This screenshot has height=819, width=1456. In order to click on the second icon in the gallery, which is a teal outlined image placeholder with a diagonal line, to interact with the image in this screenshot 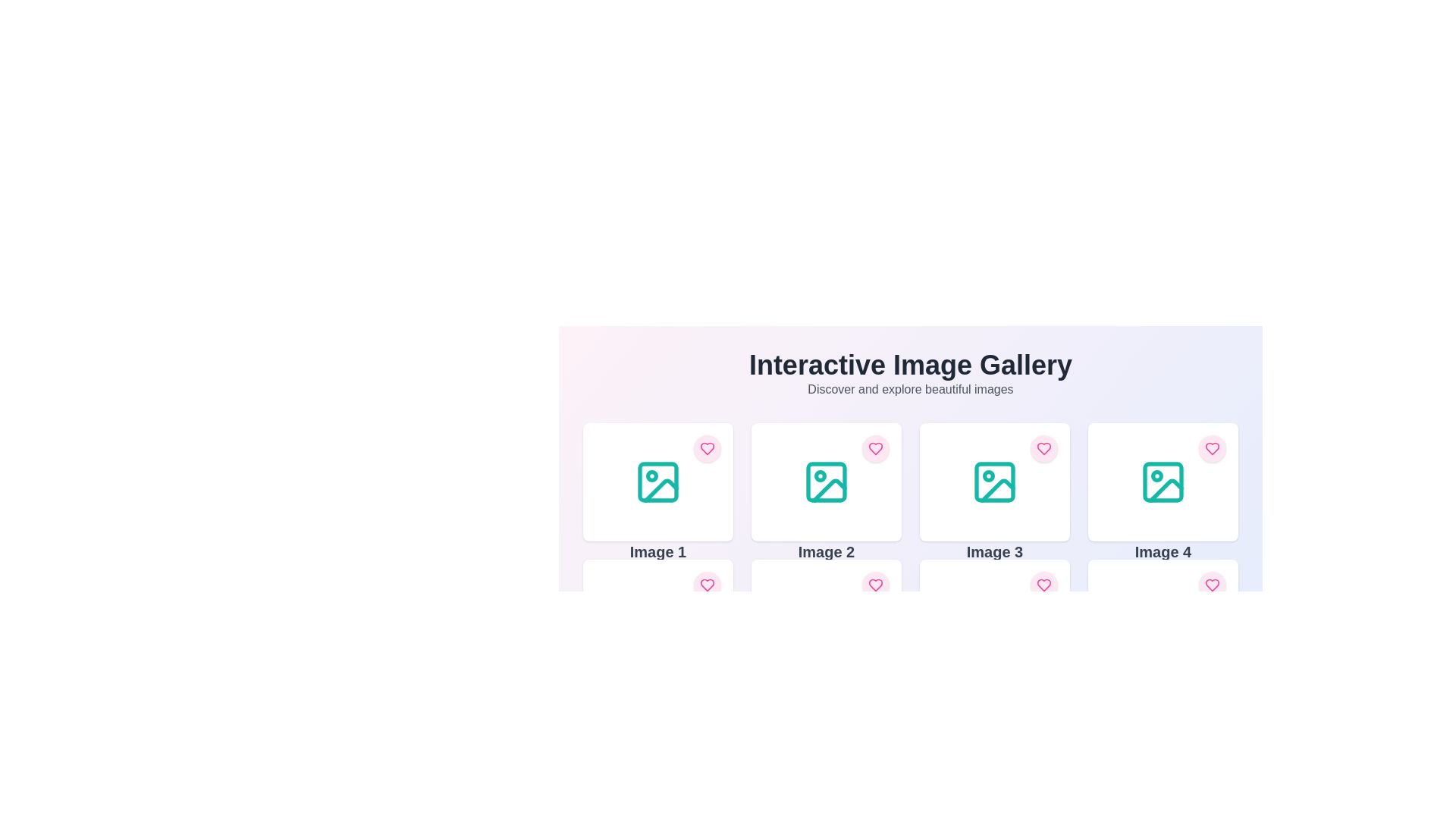, I will do `click(825, 482)`.